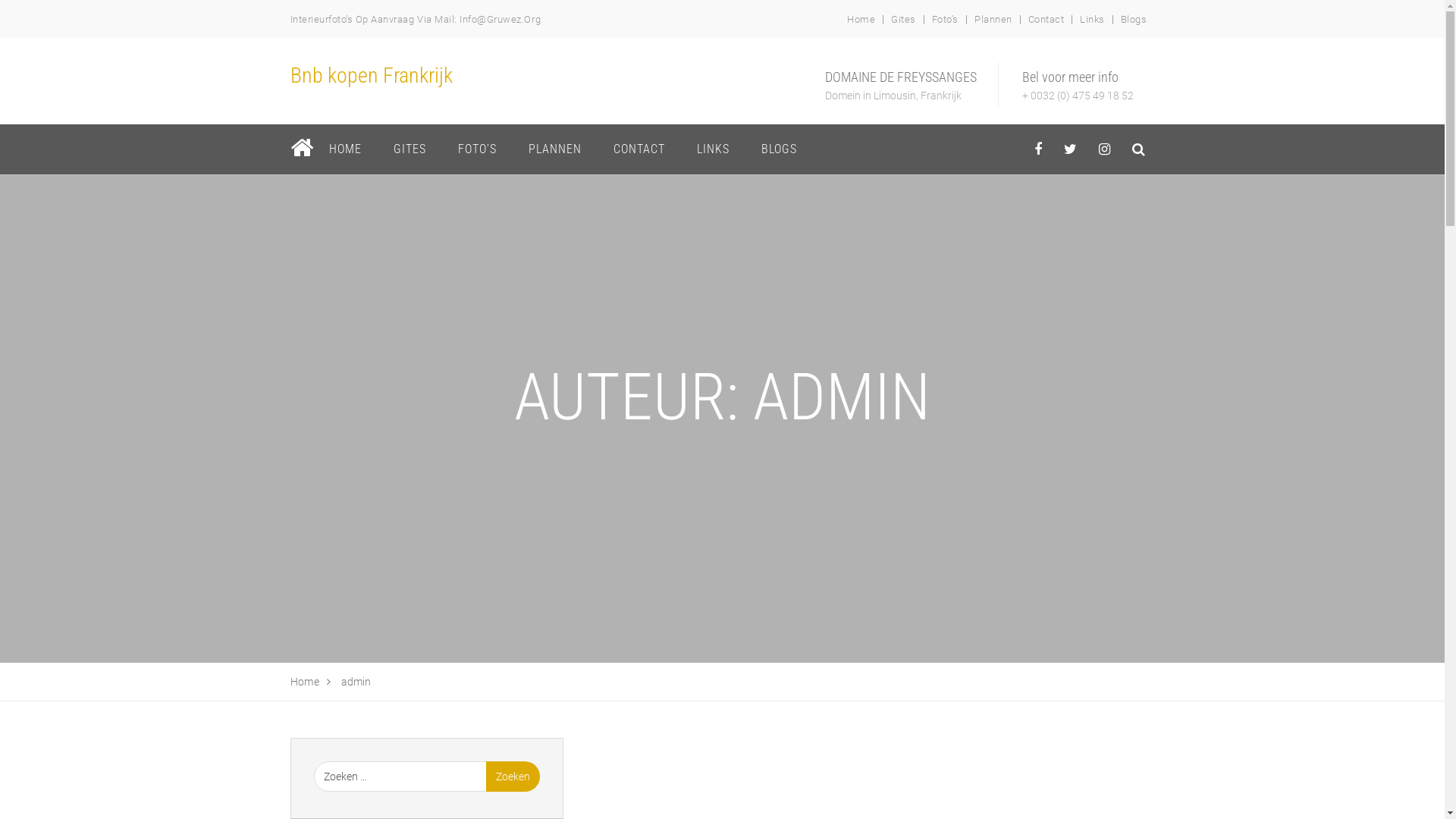  I want to click on 'Links', so click(1079, 19).